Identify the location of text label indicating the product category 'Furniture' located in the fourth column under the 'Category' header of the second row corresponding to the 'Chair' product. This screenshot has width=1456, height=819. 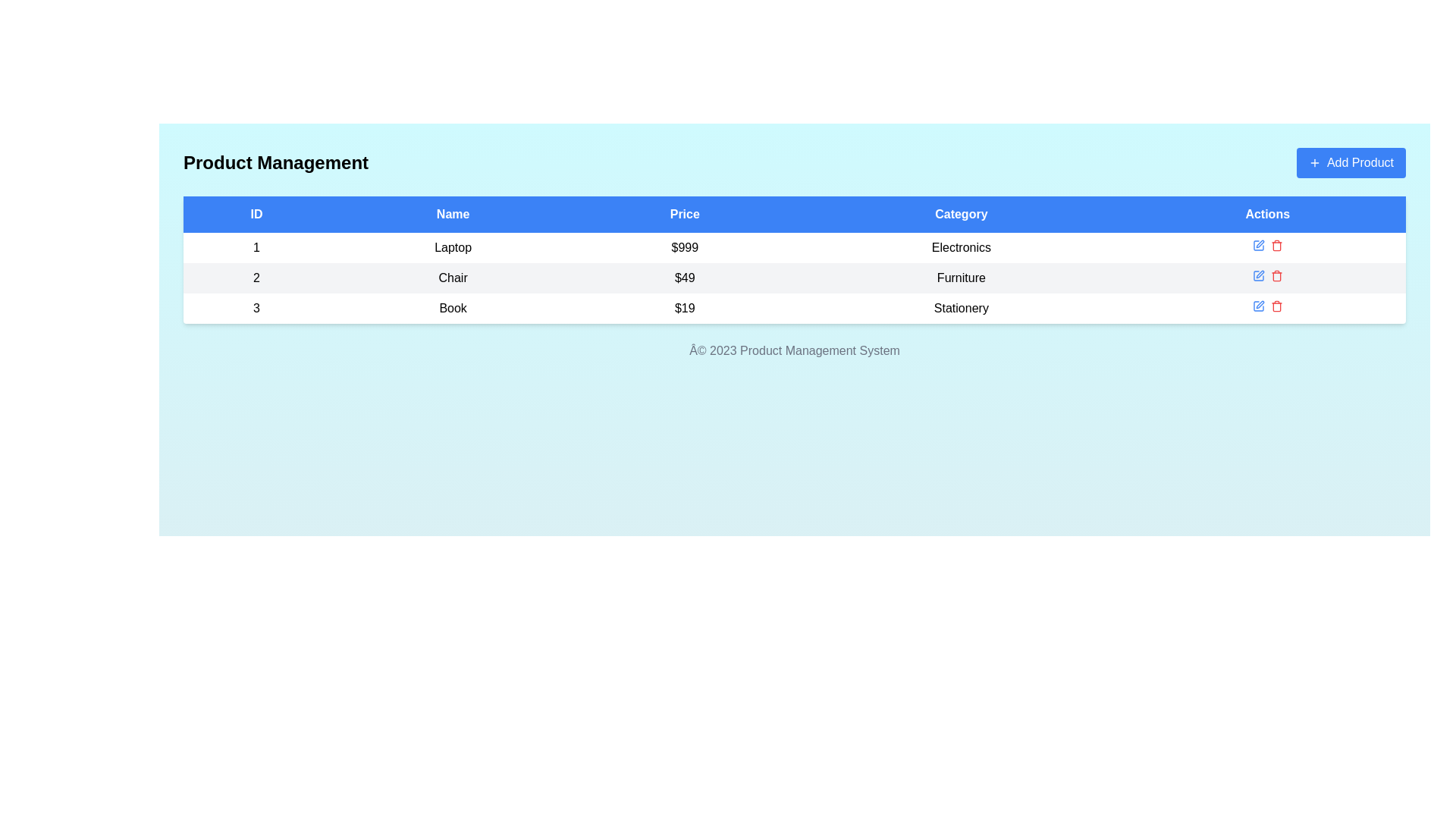
(960, 278).